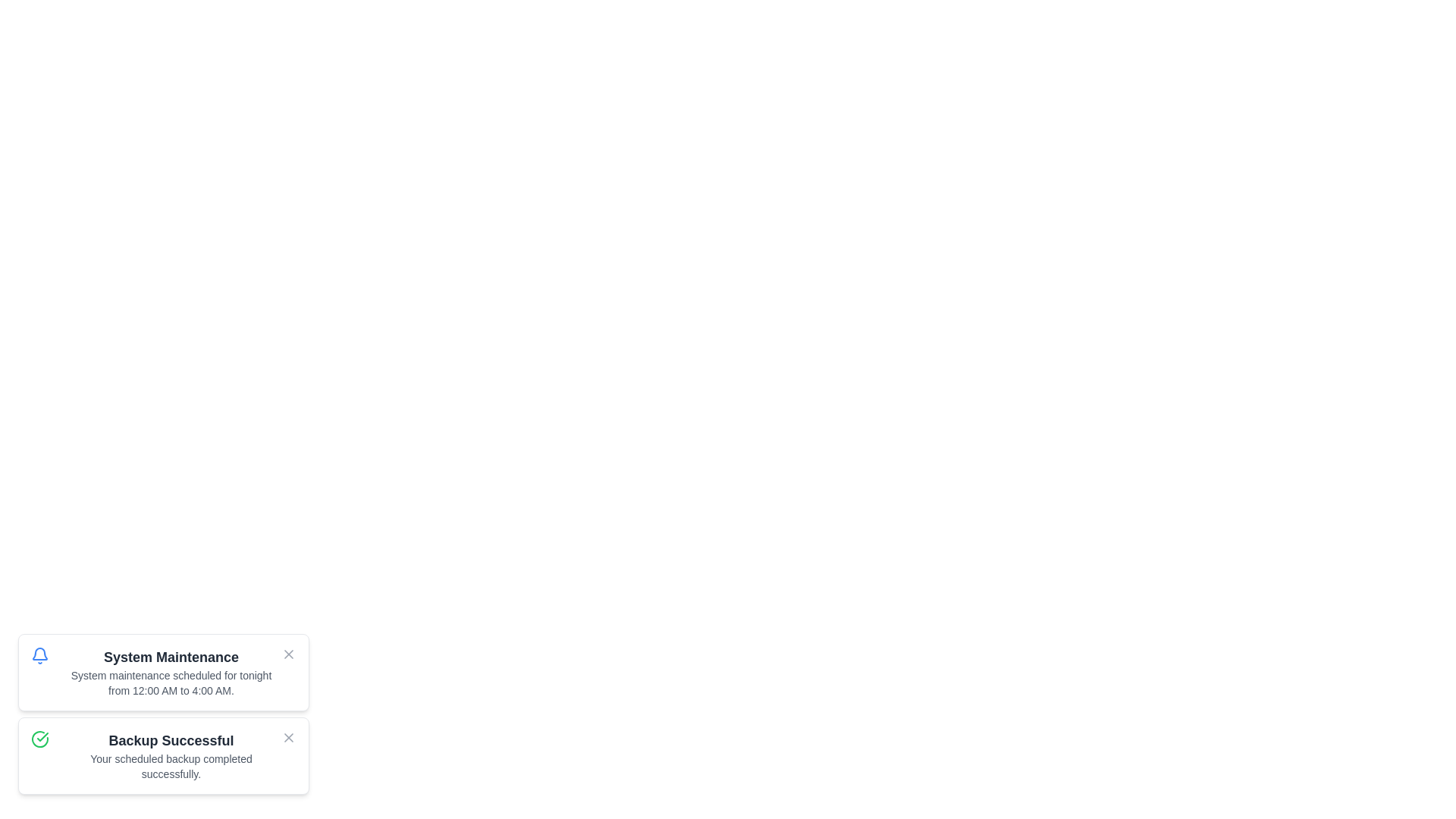 The image size is (1456, 819). I want to click on the text element that informs the user about the scheduled system maintenance event, positioned directly underneath the 'System Maintenance' text in the notification card, so click(171, 683).